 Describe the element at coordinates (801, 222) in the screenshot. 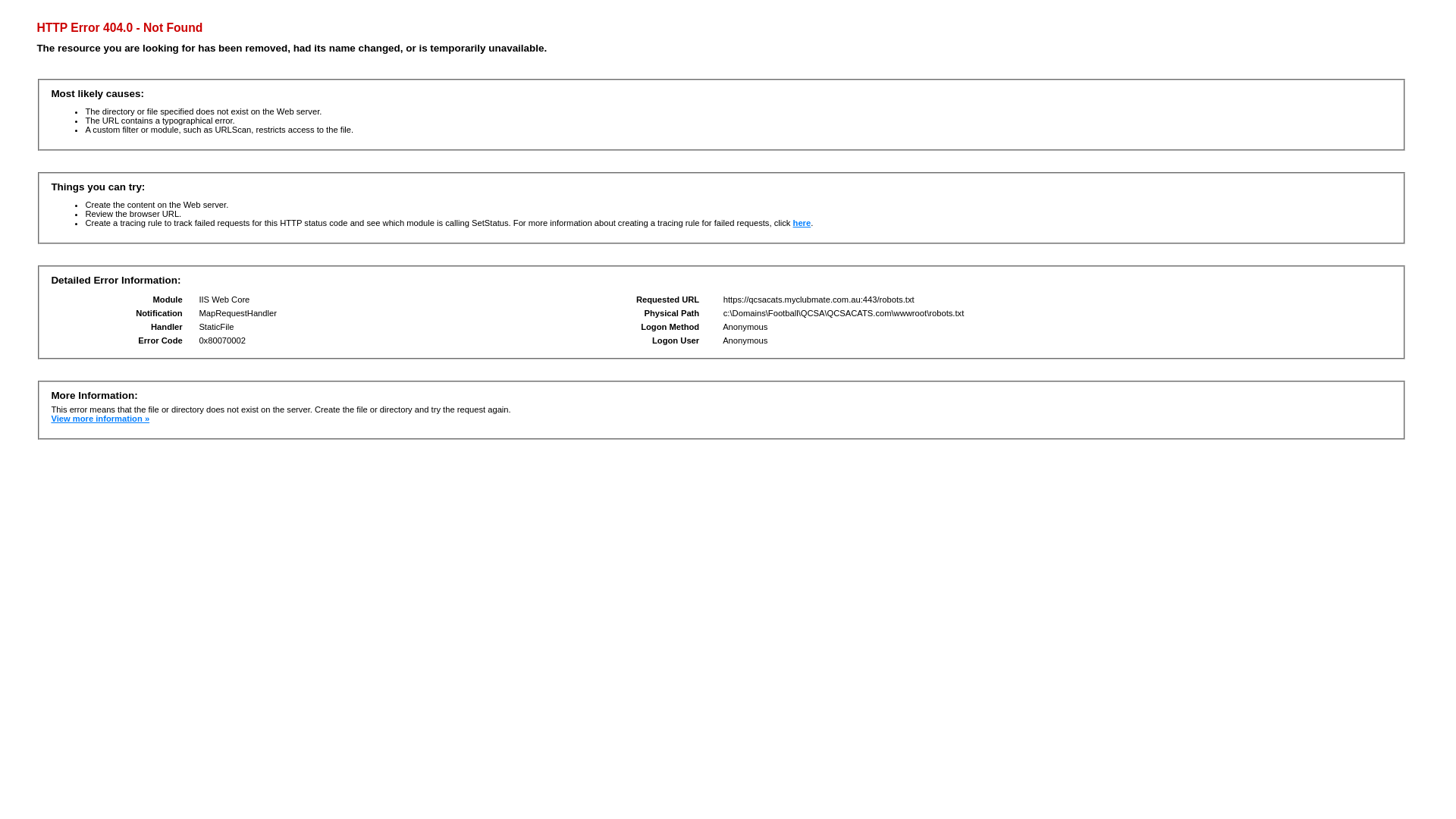

I see `'here'` at that location.